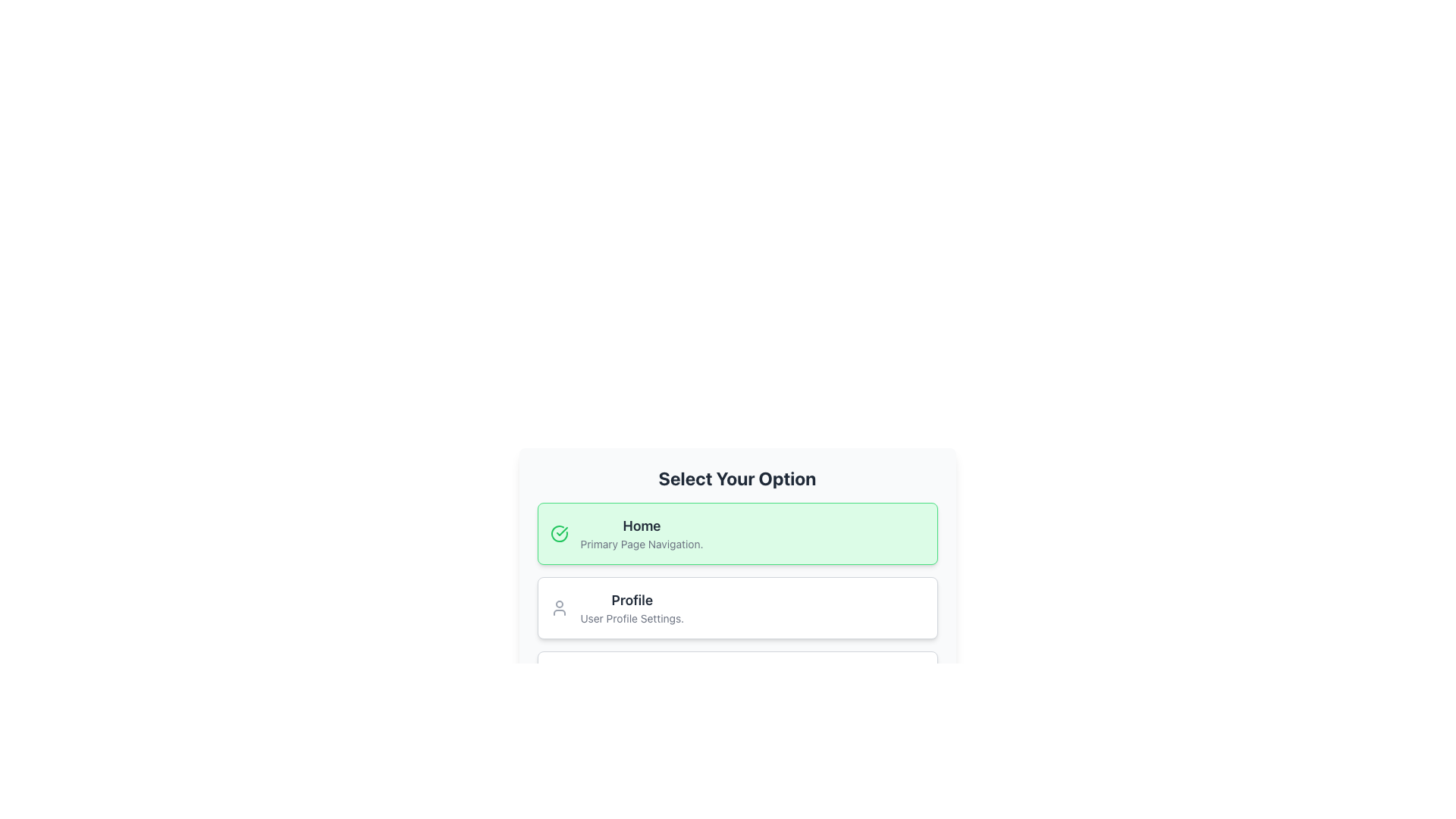 The height and width of the screenshot is (819, 1456). Describe the element at coordinates (632, 619) in the screenshot. I see `the static text label that serves as a descriptive subtitle for the 'Profile' section, located directly below the 'Profile' label` at that location.